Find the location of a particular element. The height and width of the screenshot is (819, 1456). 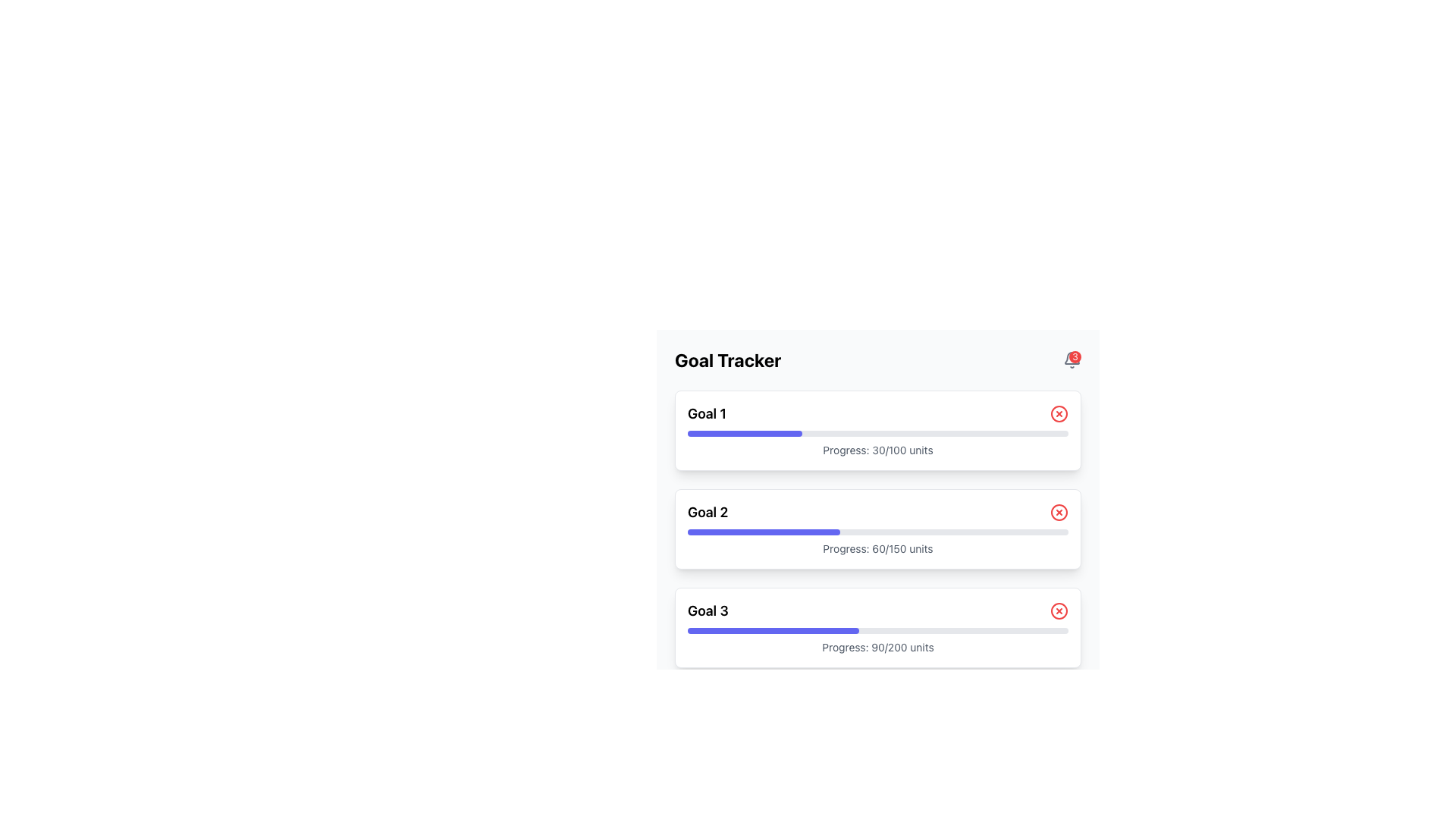

the button located at the top-right corner of the 'Goal 1' box is located at coordinates (1058, 414).